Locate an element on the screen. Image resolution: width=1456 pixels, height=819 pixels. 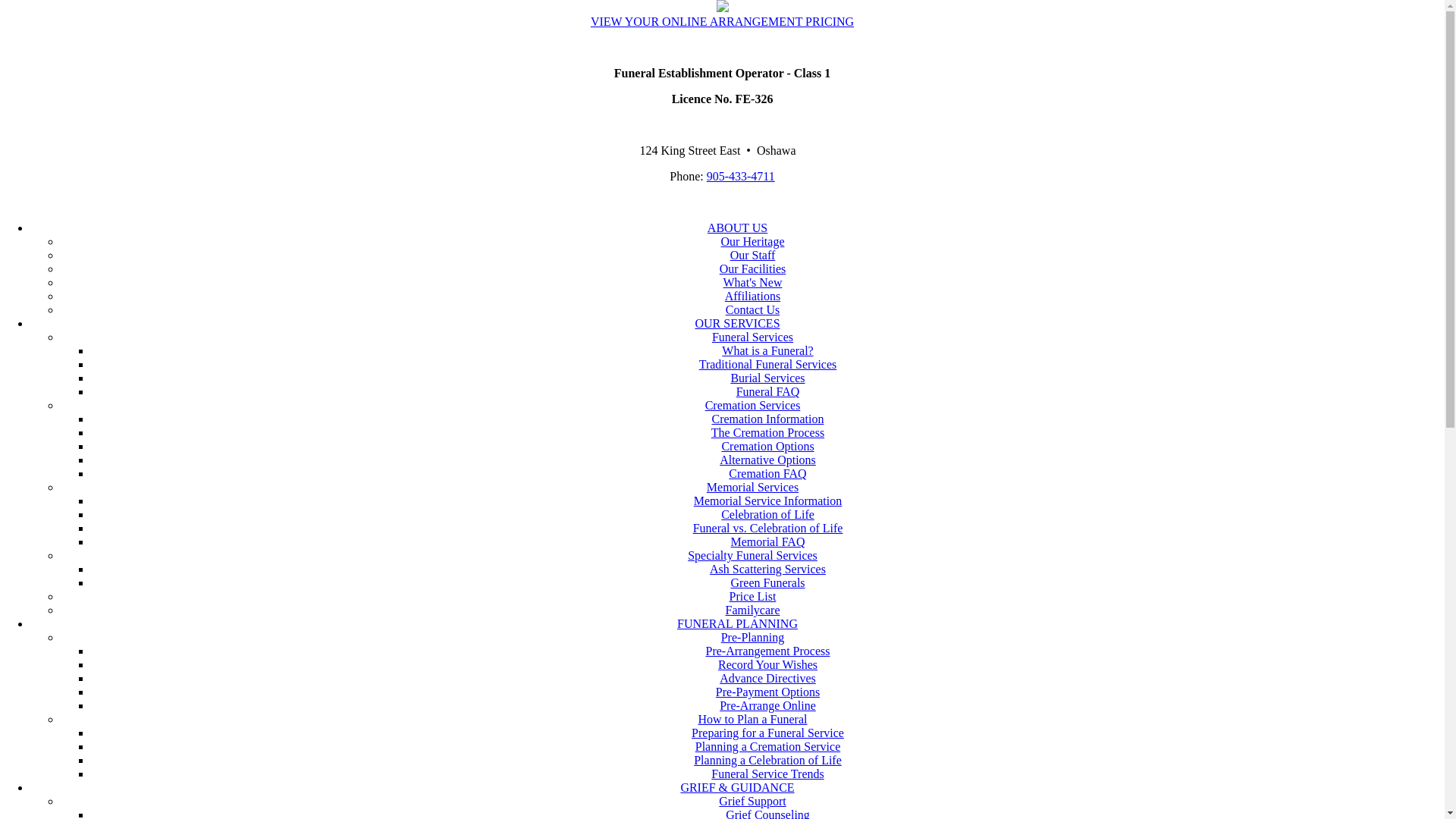
'Grief Support' is located at coordinates (752, 800).